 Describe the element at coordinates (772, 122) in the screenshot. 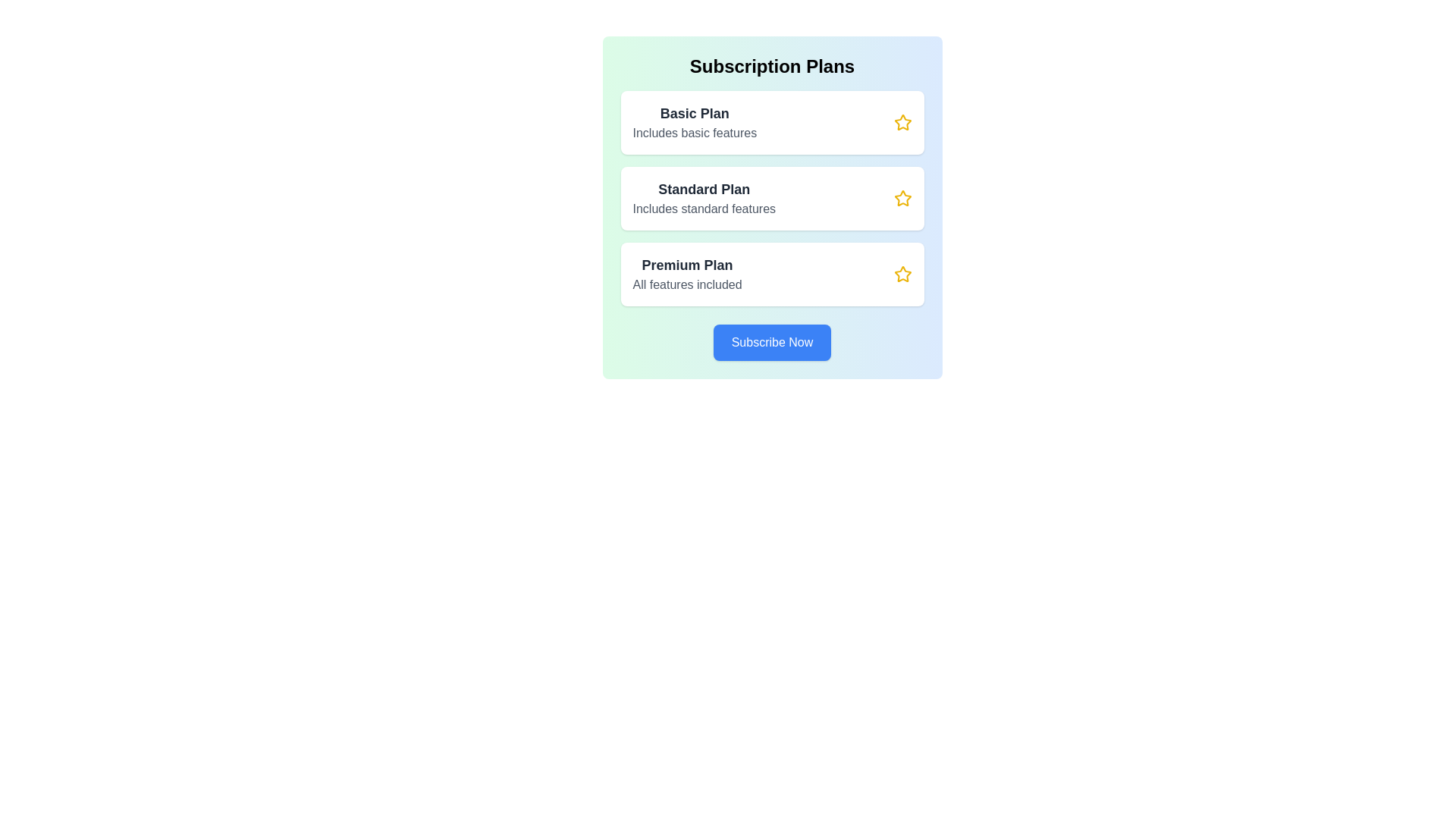

I see `the subscription plan named Basic Plan to view its details` at that location.